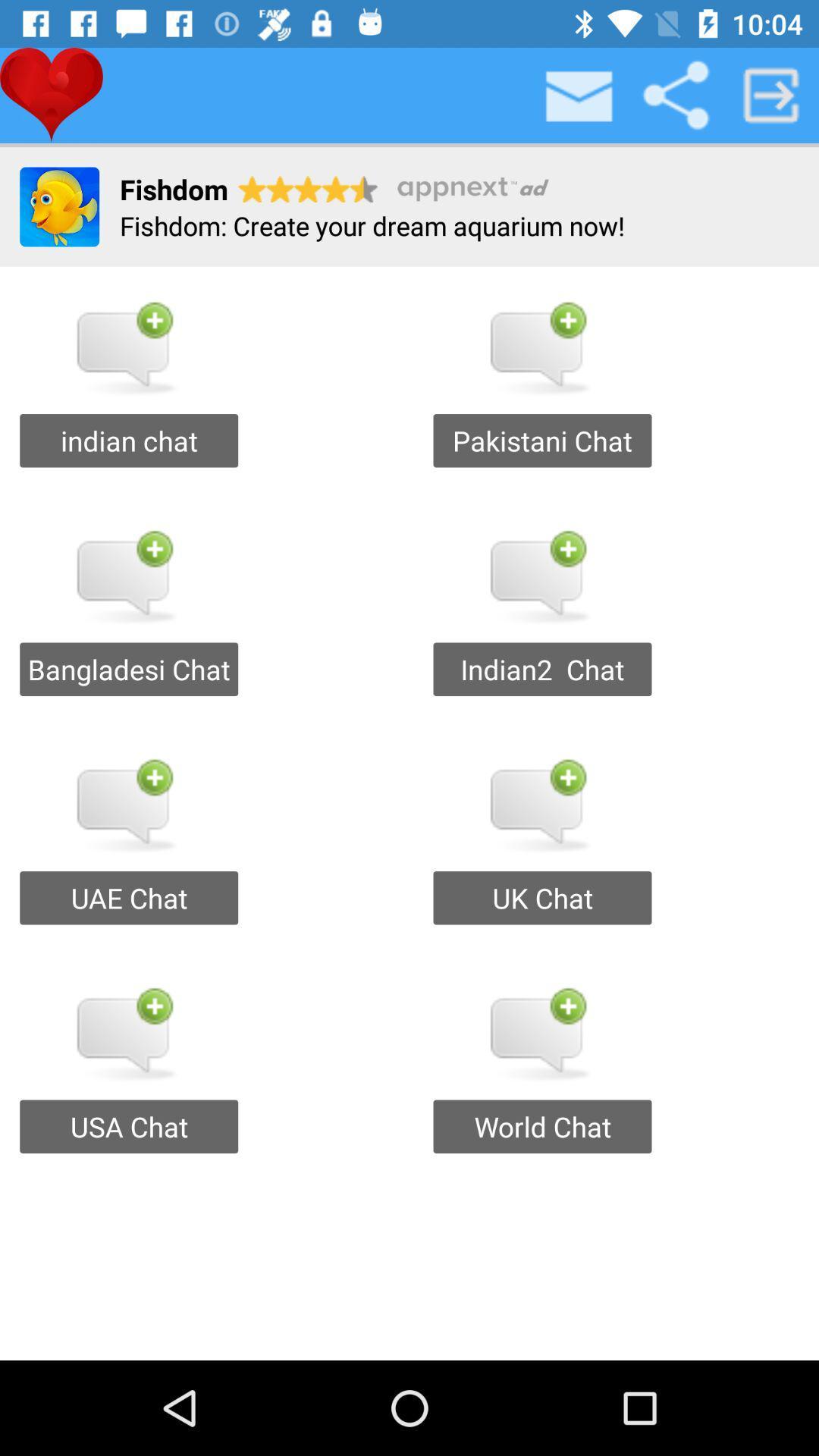 This screenshot has width=819, height=1456. I want to click on the email icon, so click(579, 94).